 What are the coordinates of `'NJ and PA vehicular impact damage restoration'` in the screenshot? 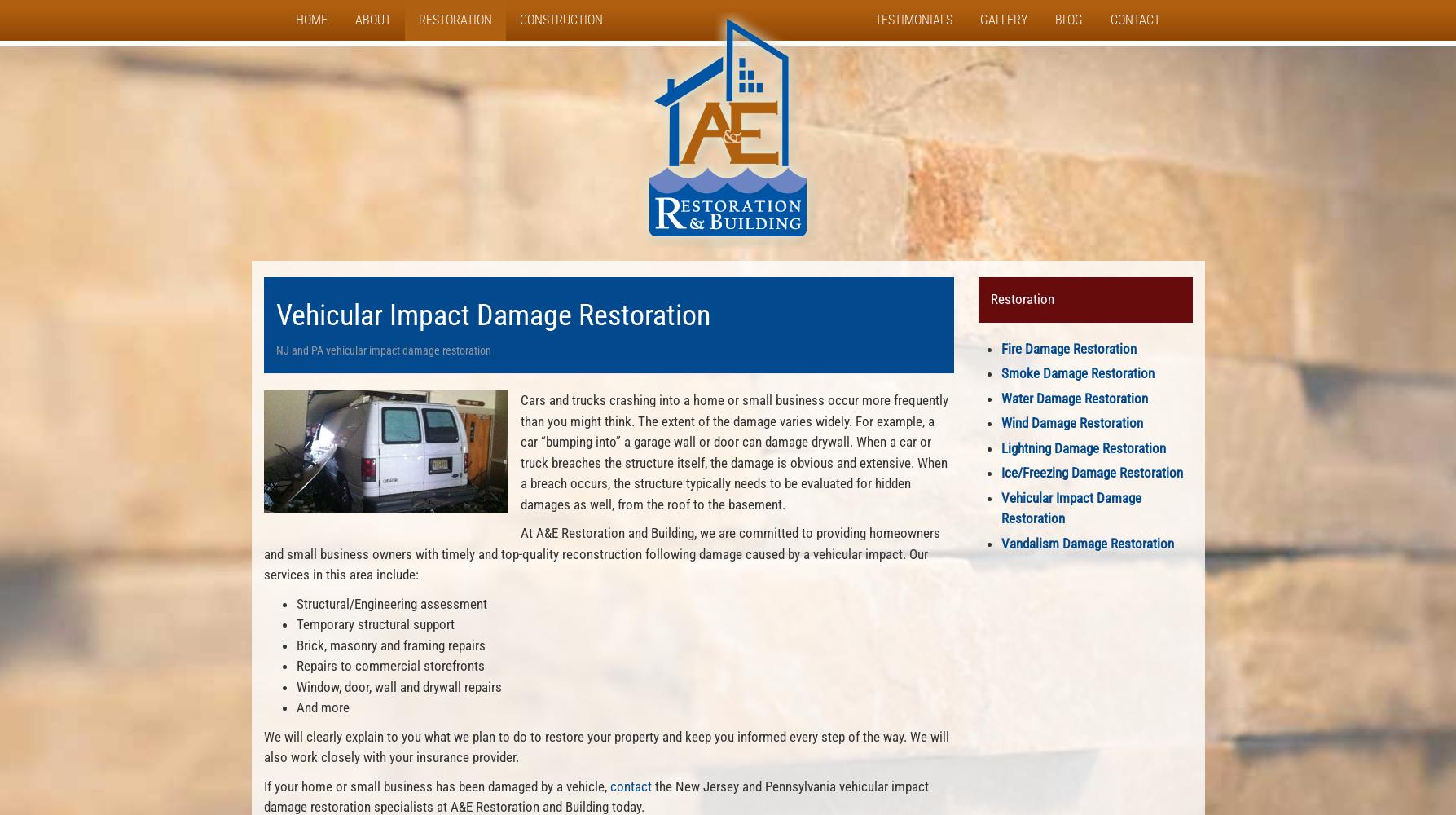 It's located at (274, 350).